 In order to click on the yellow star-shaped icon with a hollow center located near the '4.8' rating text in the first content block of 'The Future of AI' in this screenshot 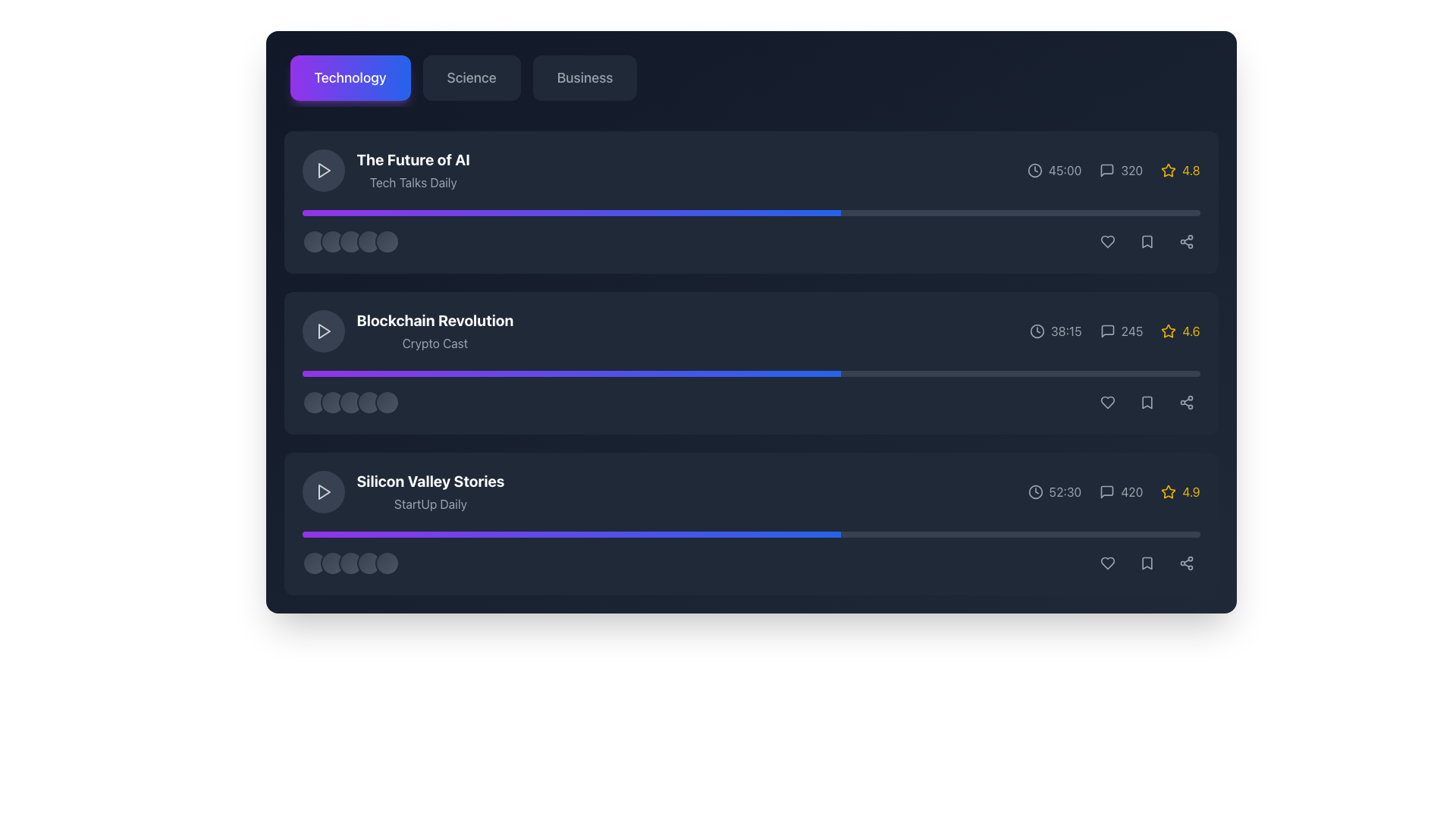, I will do `click(1168, 170)`.